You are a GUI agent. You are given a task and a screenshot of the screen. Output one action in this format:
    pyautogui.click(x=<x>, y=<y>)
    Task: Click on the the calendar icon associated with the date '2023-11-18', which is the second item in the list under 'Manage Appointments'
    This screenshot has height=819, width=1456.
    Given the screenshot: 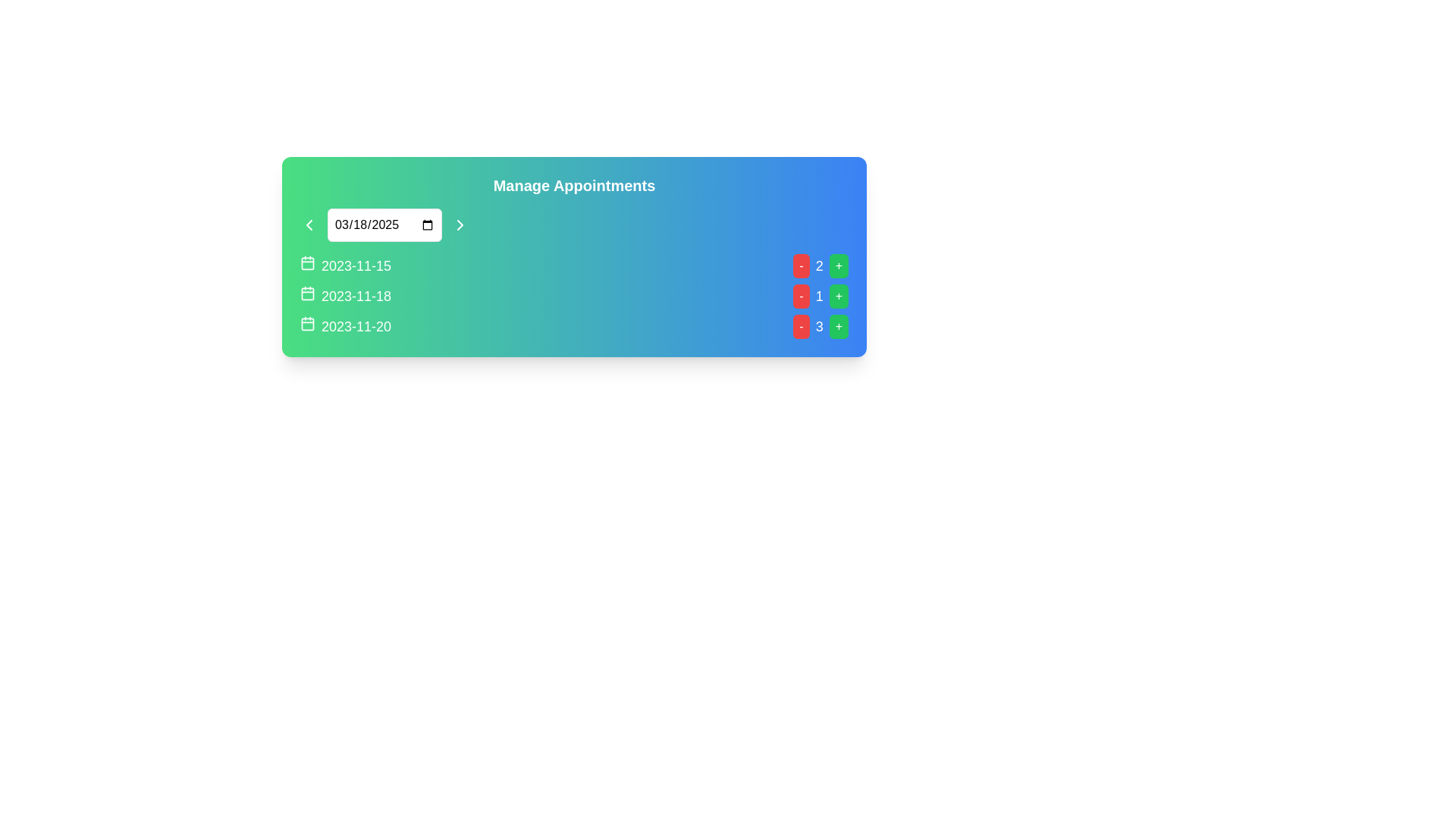 What is the action you would take?
    pyautogui.click(x=307, y=293)
    